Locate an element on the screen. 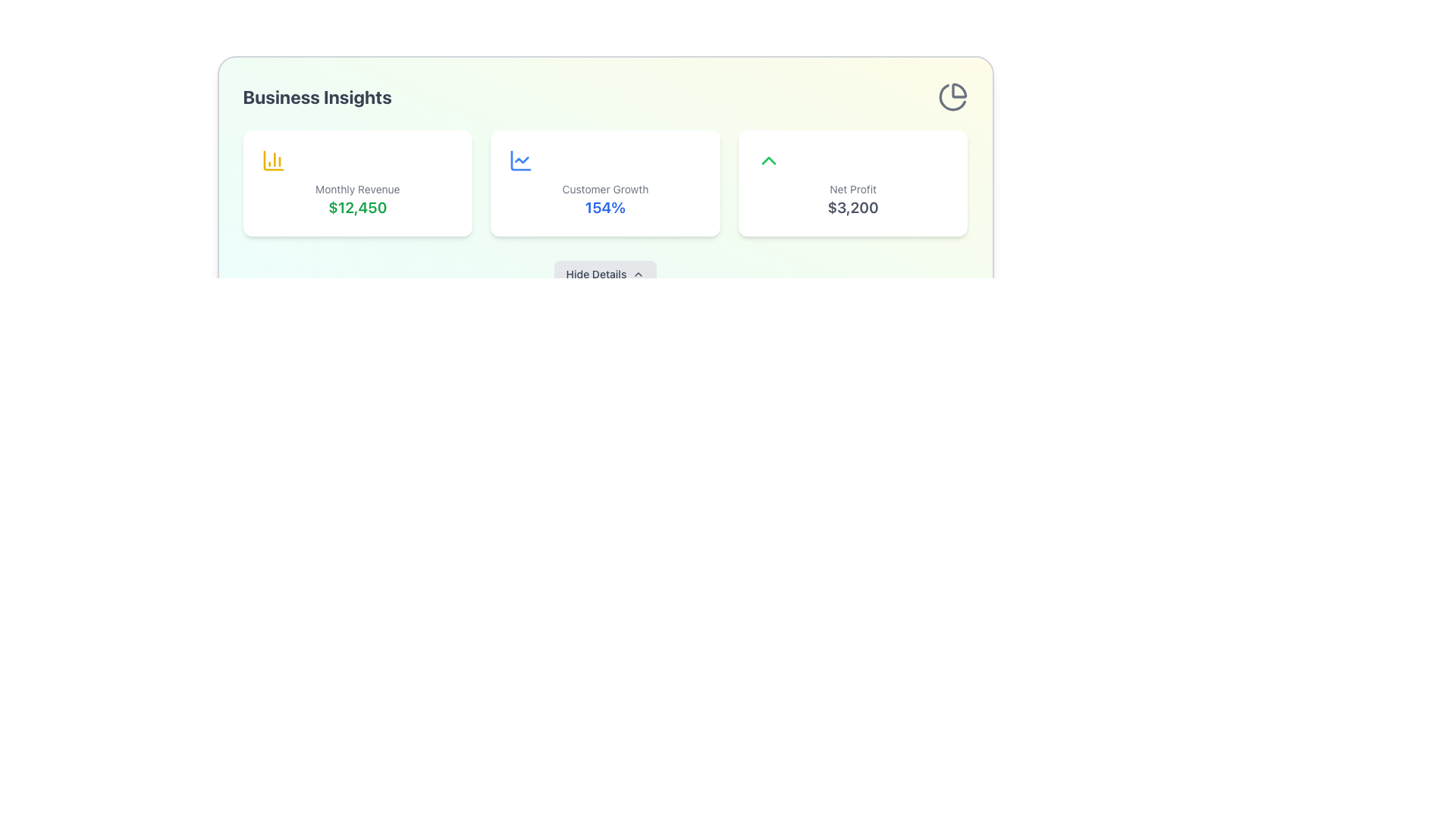  the 'Customer Growth' card, the second card in the grid layout beneath the 'Business Insights' heading, to interact with any available options is located at coordinates (604, 183).